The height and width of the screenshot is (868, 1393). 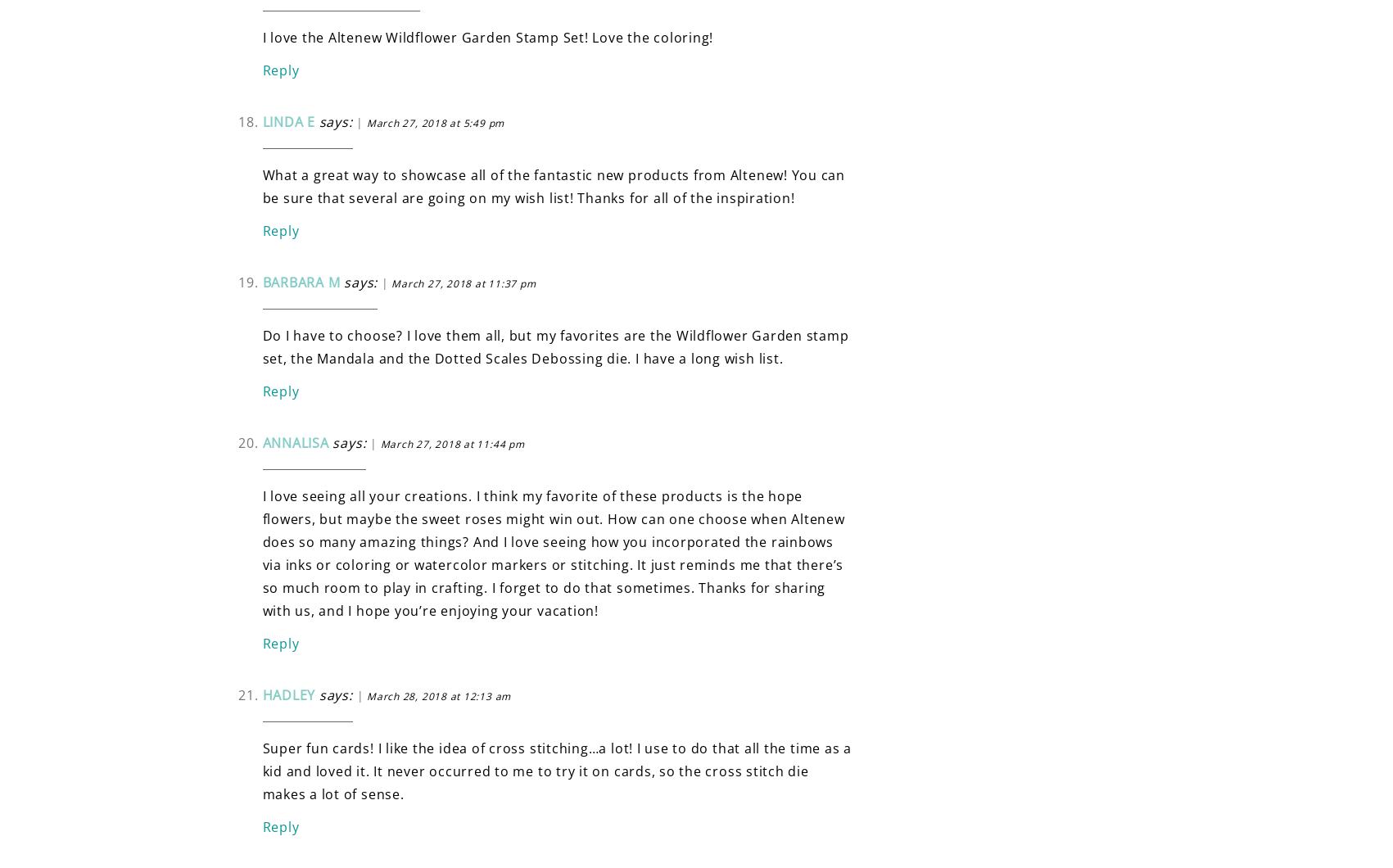 What do you see at coordinates (287, 120) in the screenshot?
I see `'Linda E'` at bounding box center [287, 120].